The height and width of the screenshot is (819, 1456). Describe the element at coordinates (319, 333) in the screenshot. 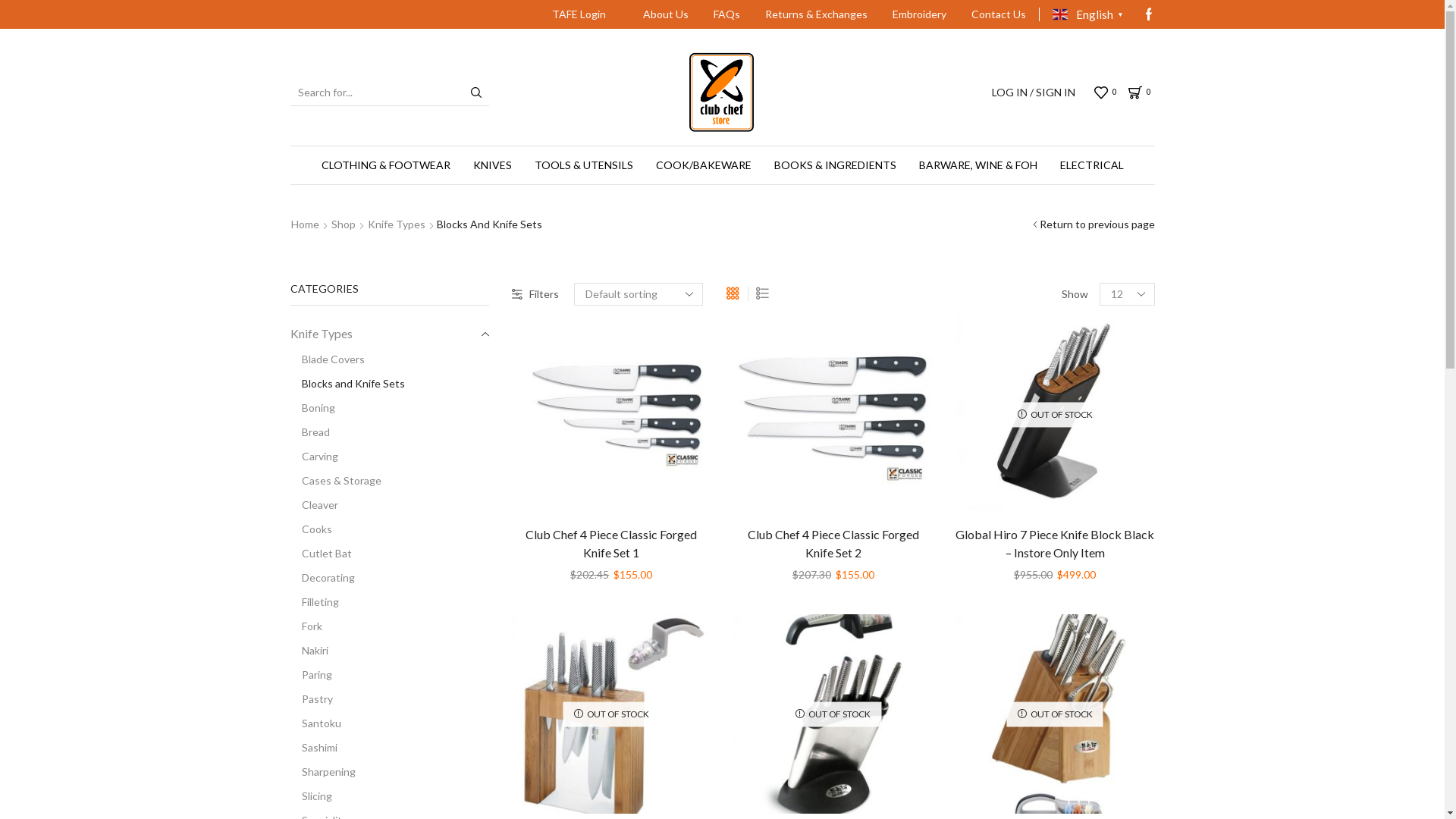

I see `'Knife Types'` at that location.